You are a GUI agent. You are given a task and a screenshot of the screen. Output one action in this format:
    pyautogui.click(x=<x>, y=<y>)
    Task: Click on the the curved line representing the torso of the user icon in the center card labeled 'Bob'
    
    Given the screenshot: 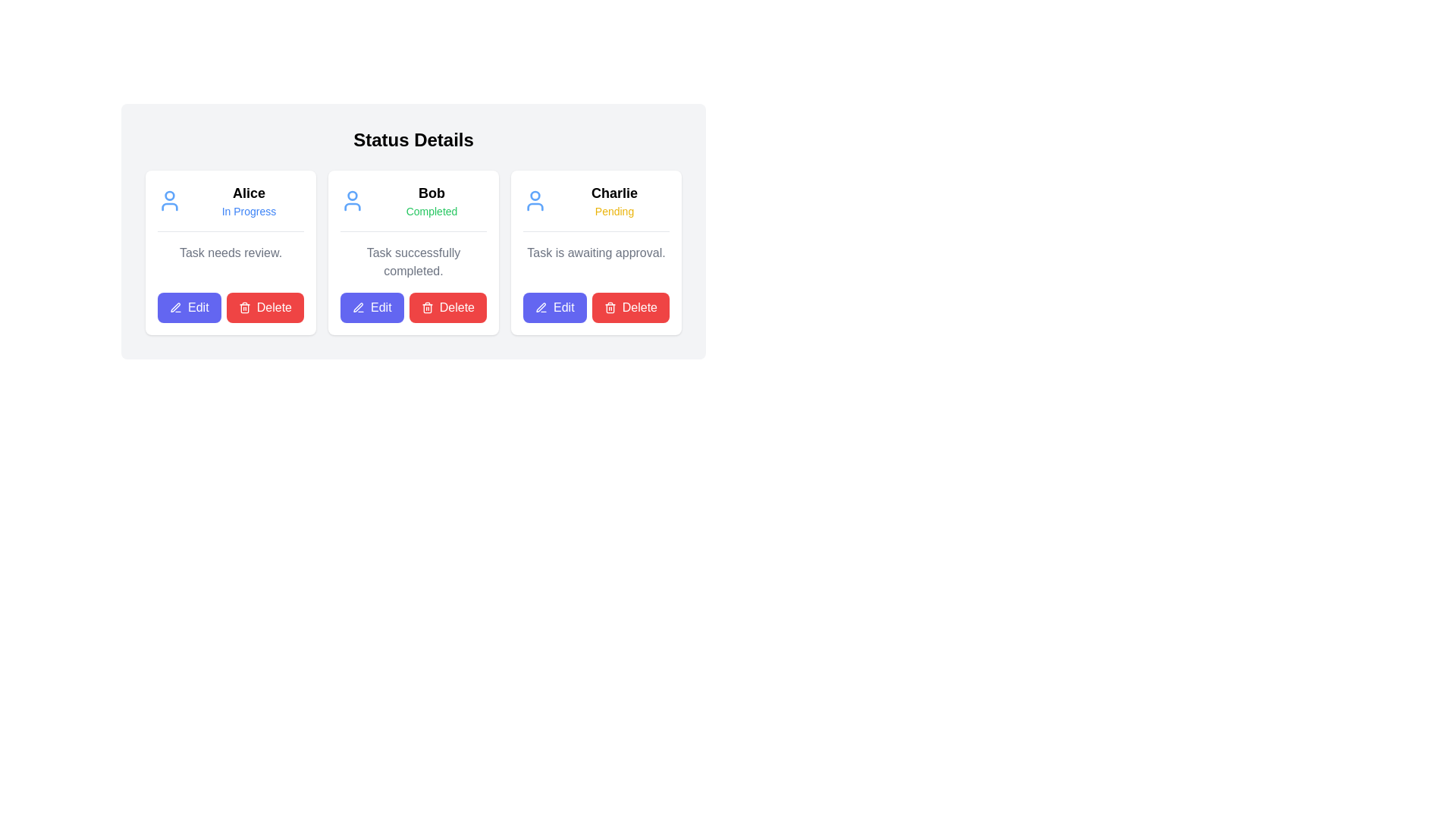 What is the action you would take?
    pyautogui.click(x=352, y=207)
    